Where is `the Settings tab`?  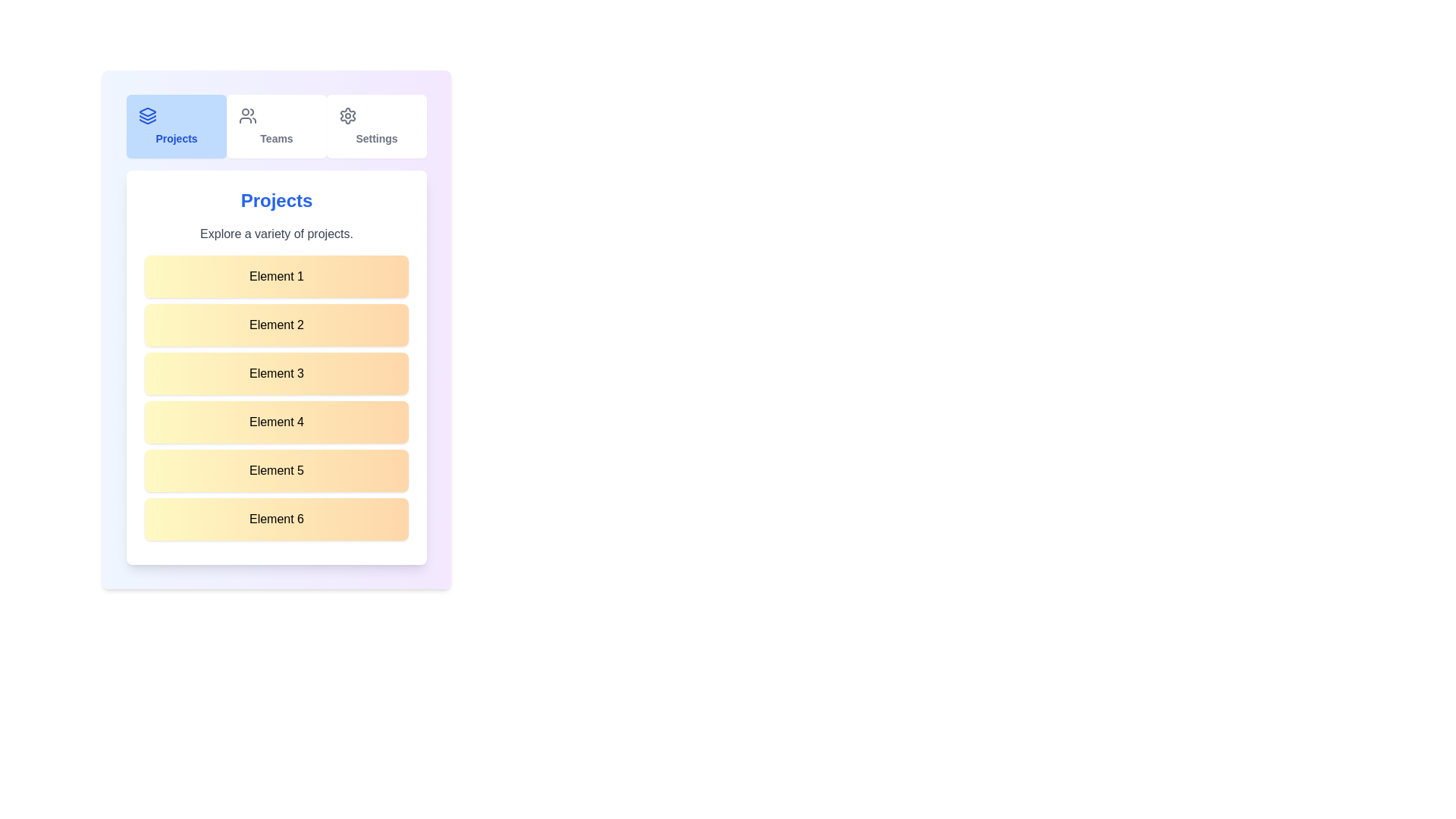
the Settings tab is located at coordinates (377, 125).